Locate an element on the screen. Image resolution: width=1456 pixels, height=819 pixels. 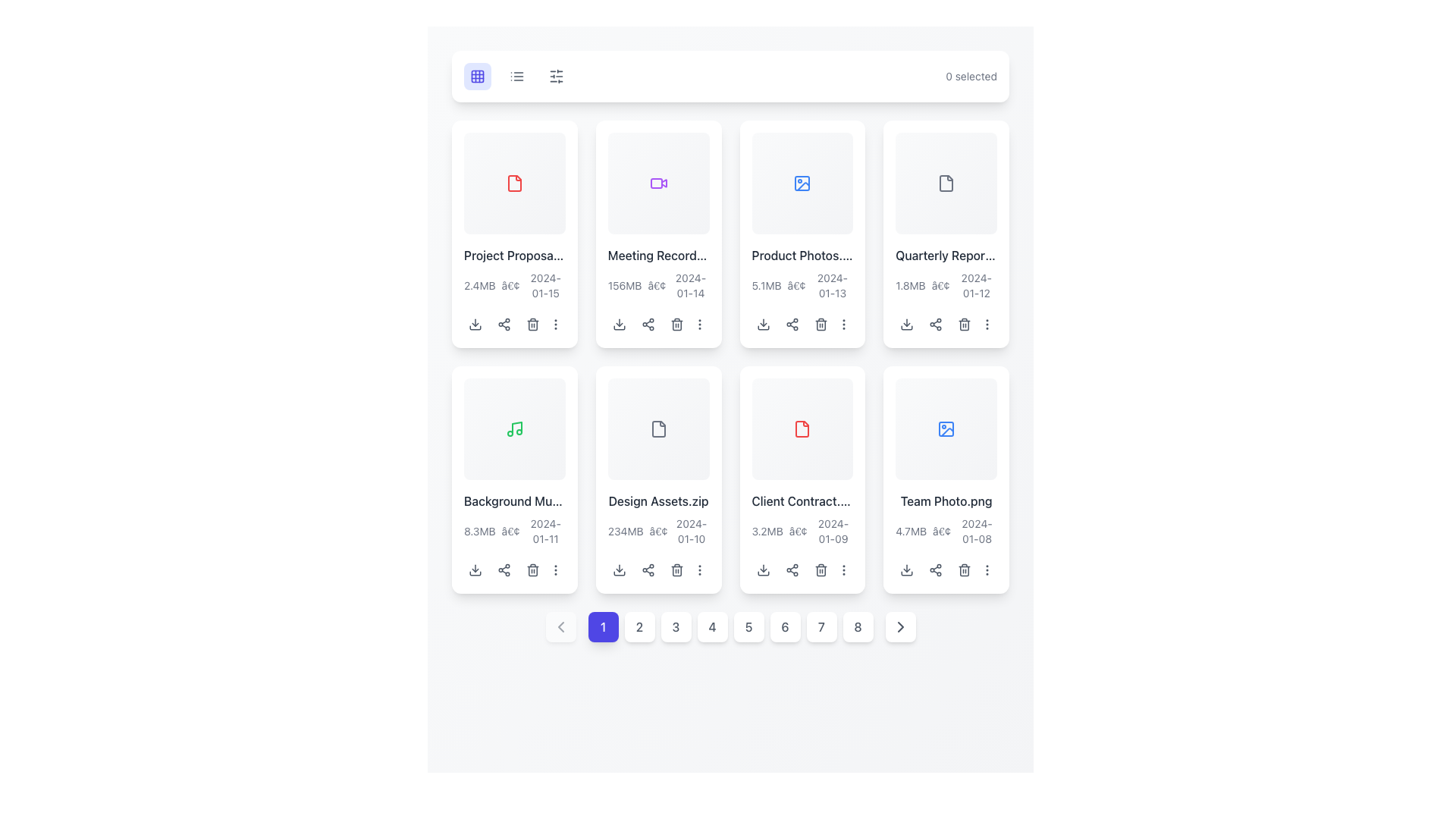
the minimalistic red document icon in the top row of file cards titled 'Project Proposal' is located at coordinates (514, 182).